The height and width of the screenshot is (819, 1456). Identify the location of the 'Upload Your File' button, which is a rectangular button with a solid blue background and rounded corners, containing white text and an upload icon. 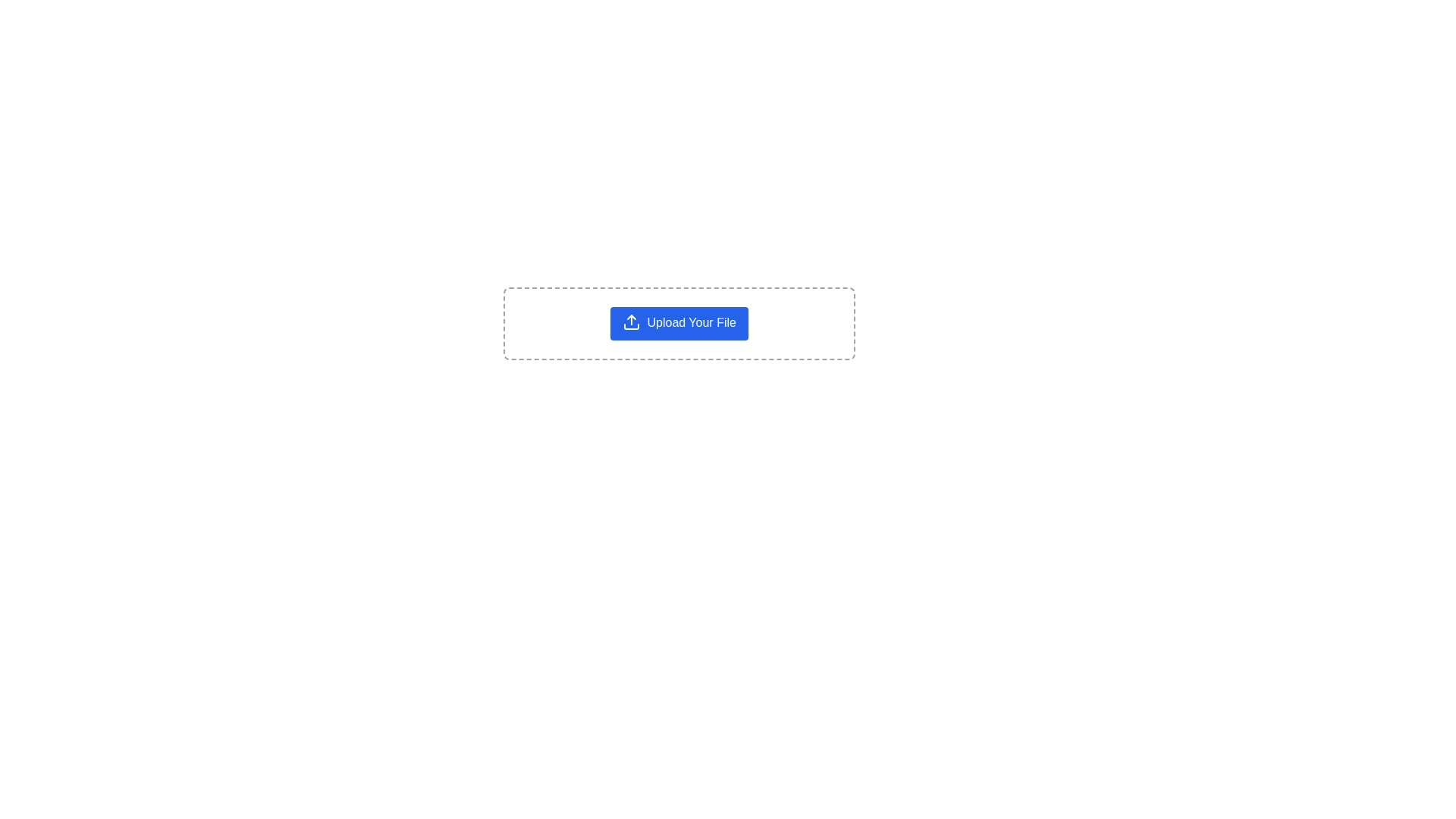
(679, 323).